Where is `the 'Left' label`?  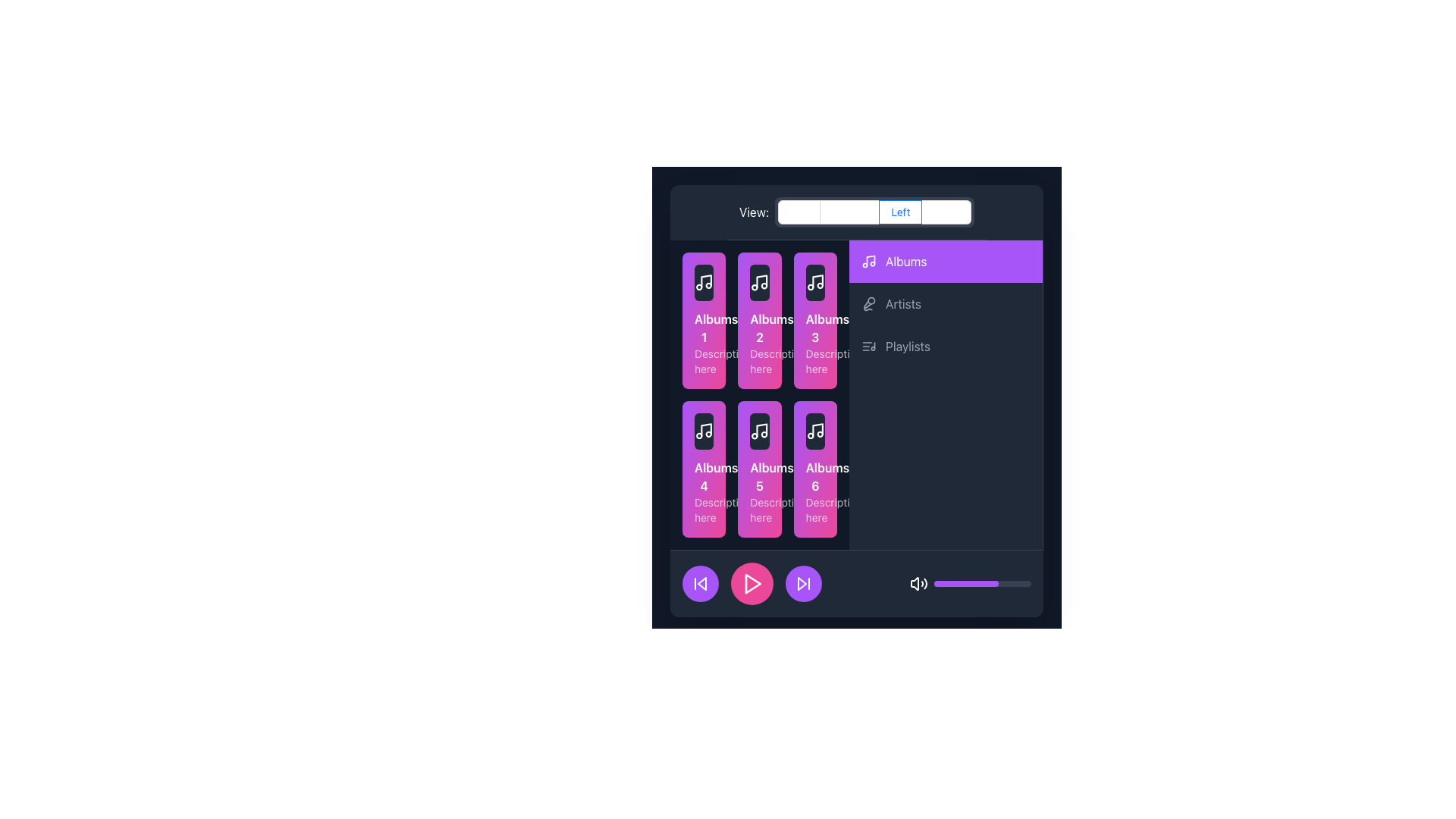 the 'Left' label is located at coordinates (900, 212).